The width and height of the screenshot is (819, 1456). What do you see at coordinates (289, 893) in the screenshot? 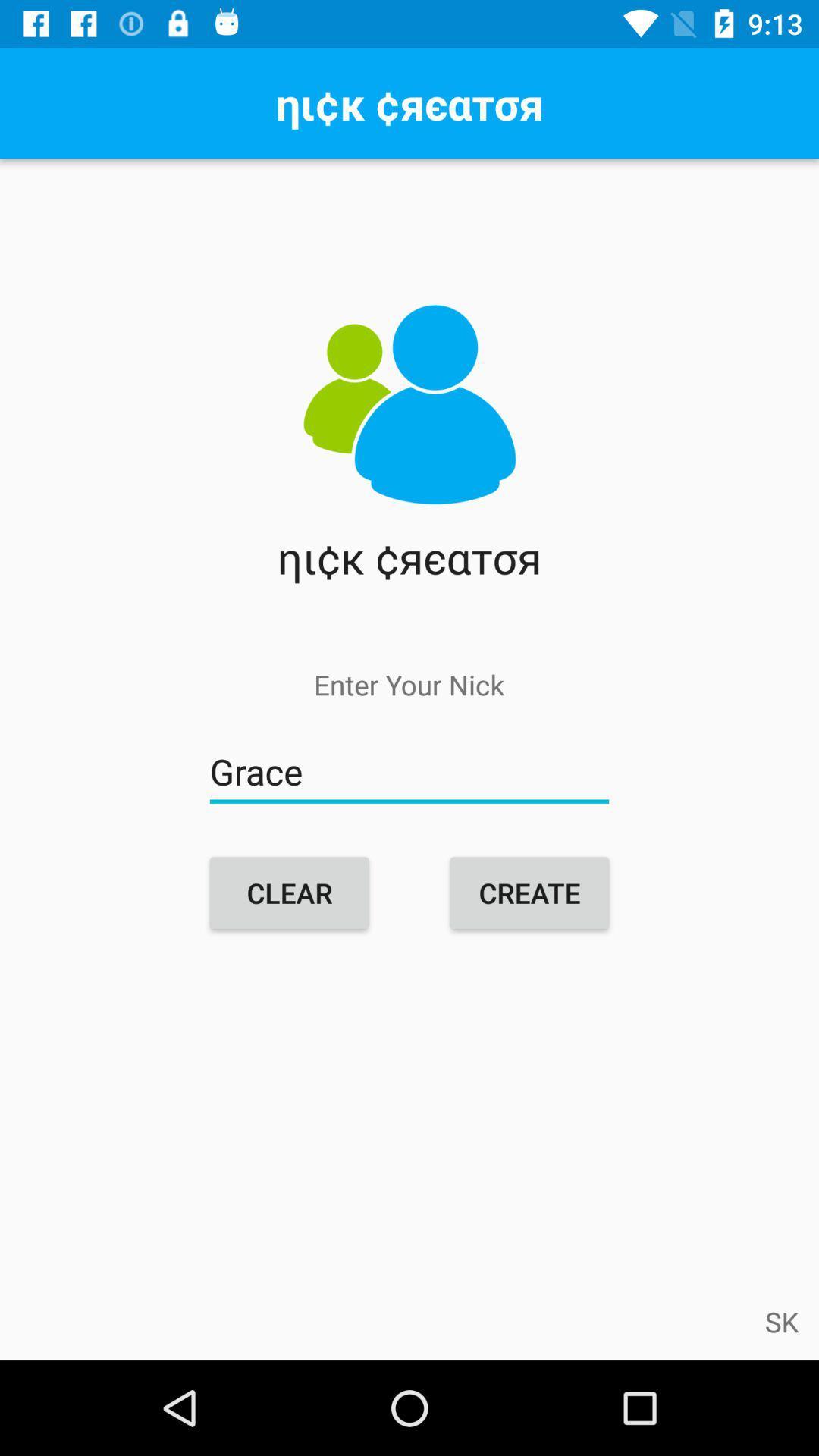
I see `item below grace icon` at bounding box center [289, 893].